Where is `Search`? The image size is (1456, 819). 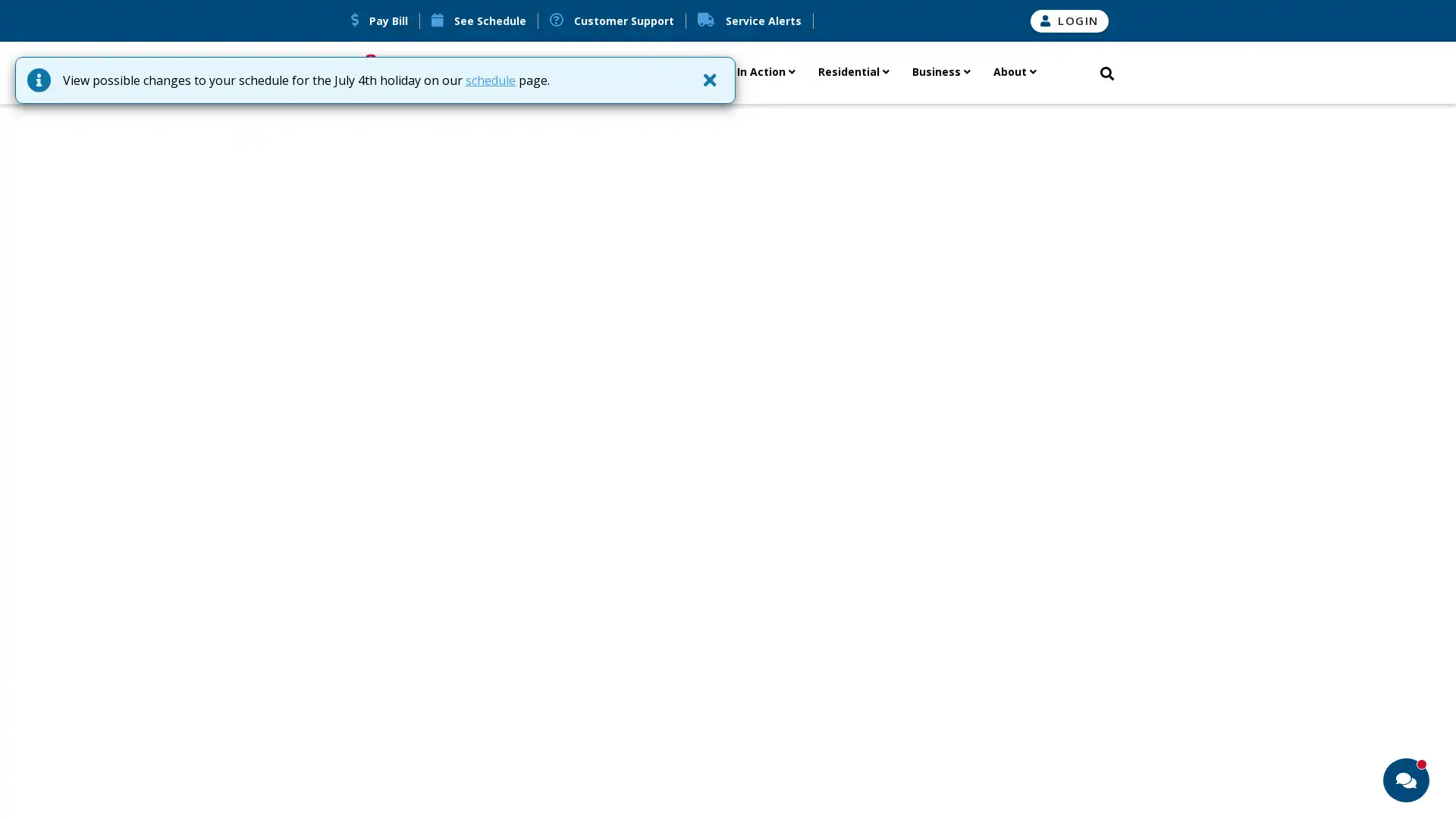
Search is located at coordinates (1098, 74).